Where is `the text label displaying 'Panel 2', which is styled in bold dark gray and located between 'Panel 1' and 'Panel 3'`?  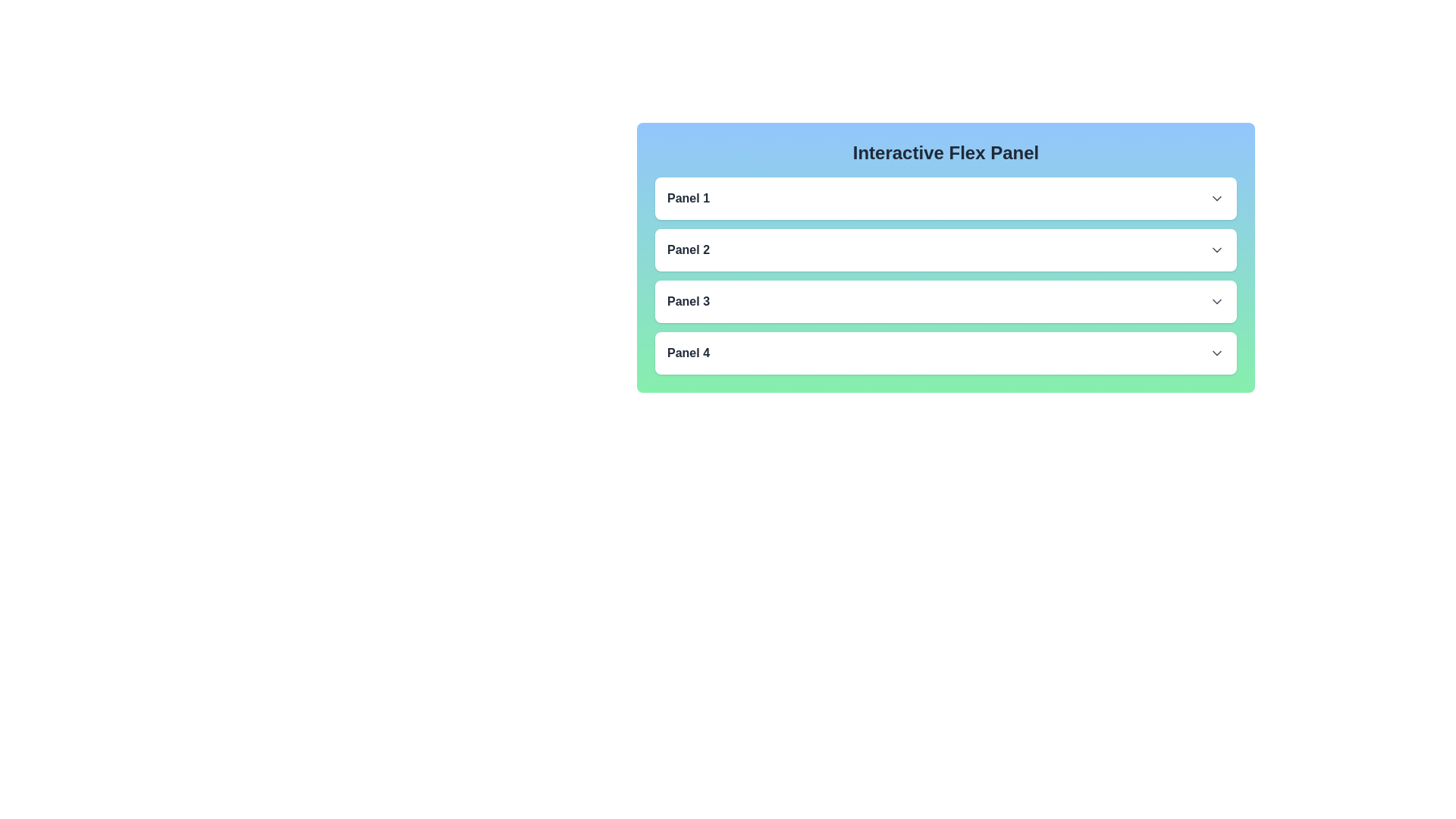
the text label displaying 'Panel 2', which is styled in bold dark gray and located between 'Panel 1' and 'Panel 3' is located at coordinates (687, 249).